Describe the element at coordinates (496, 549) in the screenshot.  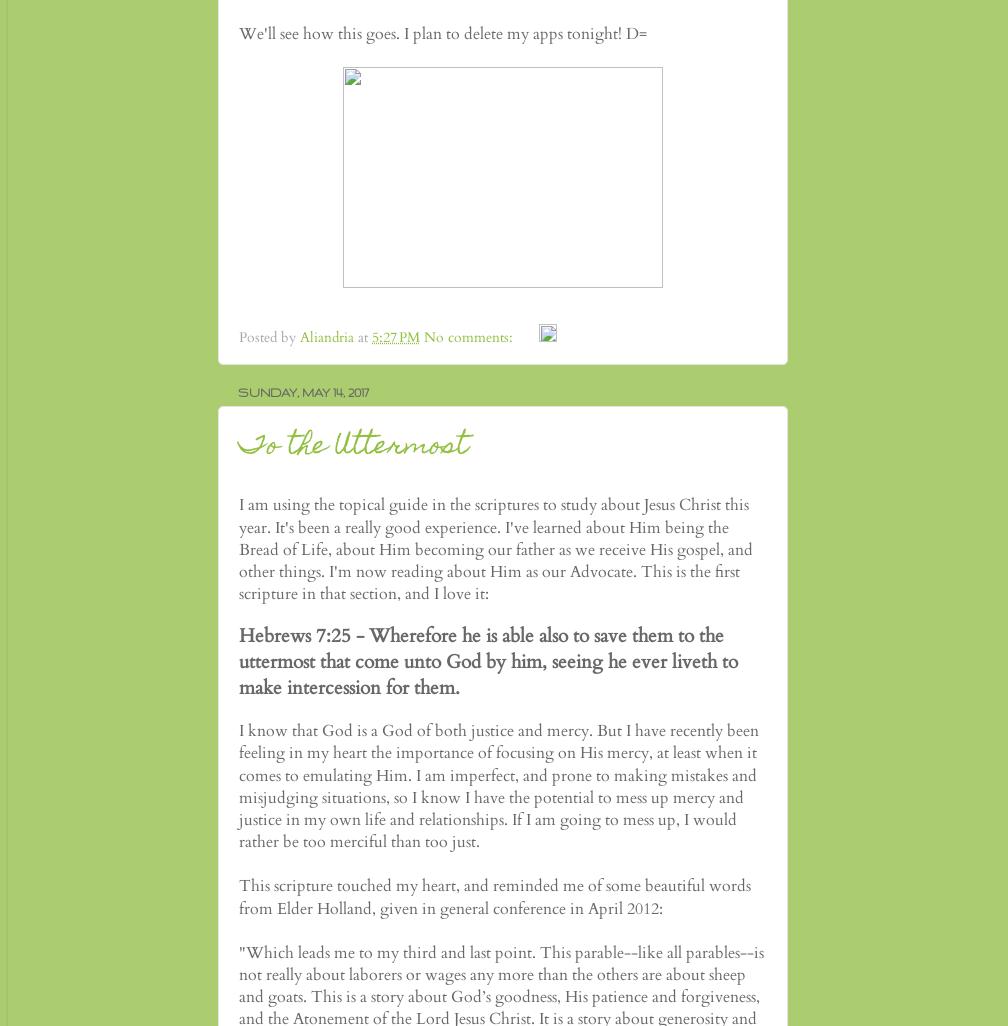
I see `'I am using the topical guide in the scriptures to study about Jesus Christ this year. It's been a really good experience. I've learned about Him being the Bread of Life, about Him becoming our father as we receive His gospel, and other things. I'm now reading about Him as our Advocate. This is the first scripture in that section, and I love it:'` at that location.